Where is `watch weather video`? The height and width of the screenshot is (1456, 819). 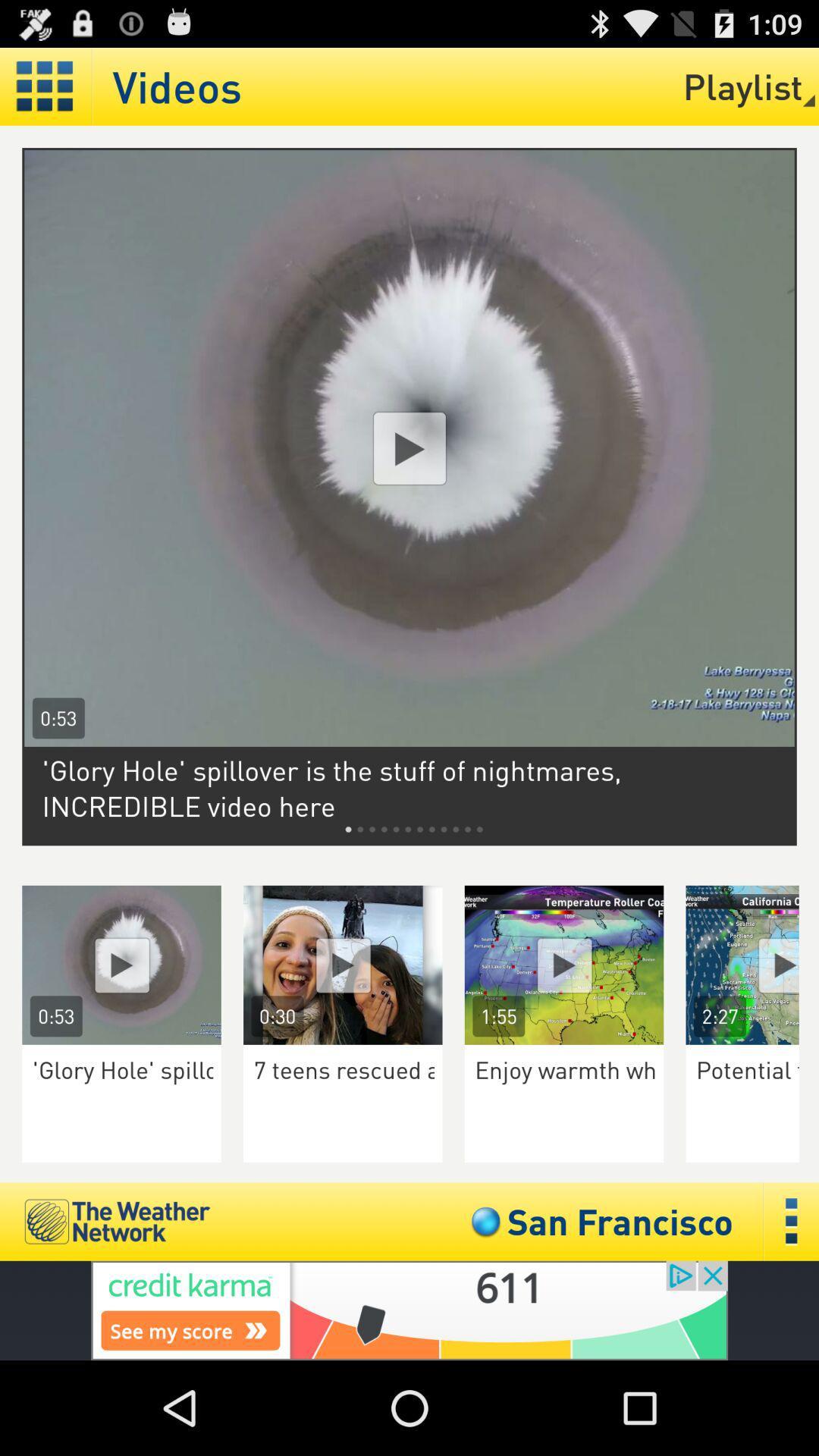
watch weather video is located at coordinates (564, 964).